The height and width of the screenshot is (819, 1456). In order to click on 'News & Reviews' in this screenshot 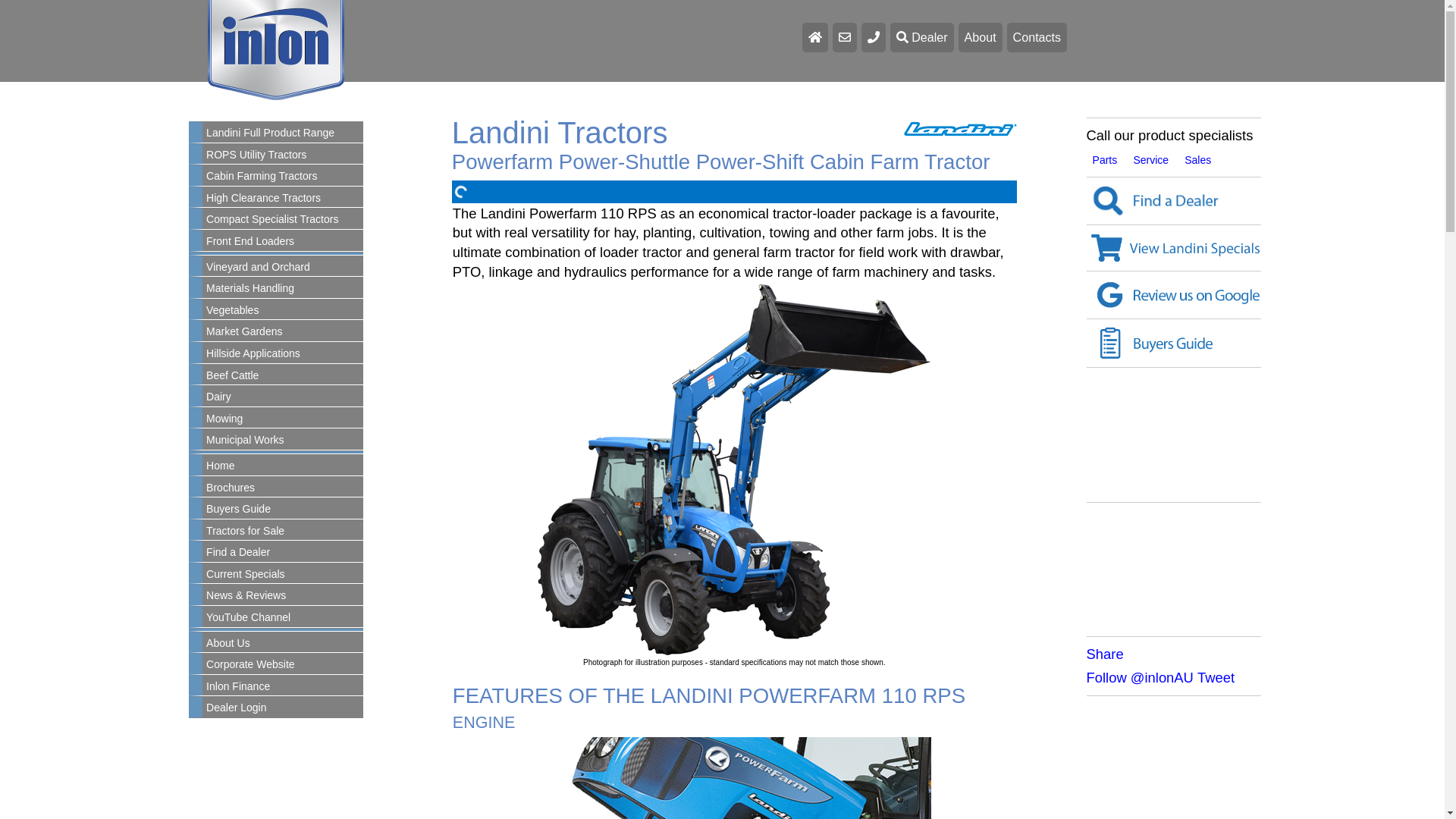, I will do `click(283, 595)`.